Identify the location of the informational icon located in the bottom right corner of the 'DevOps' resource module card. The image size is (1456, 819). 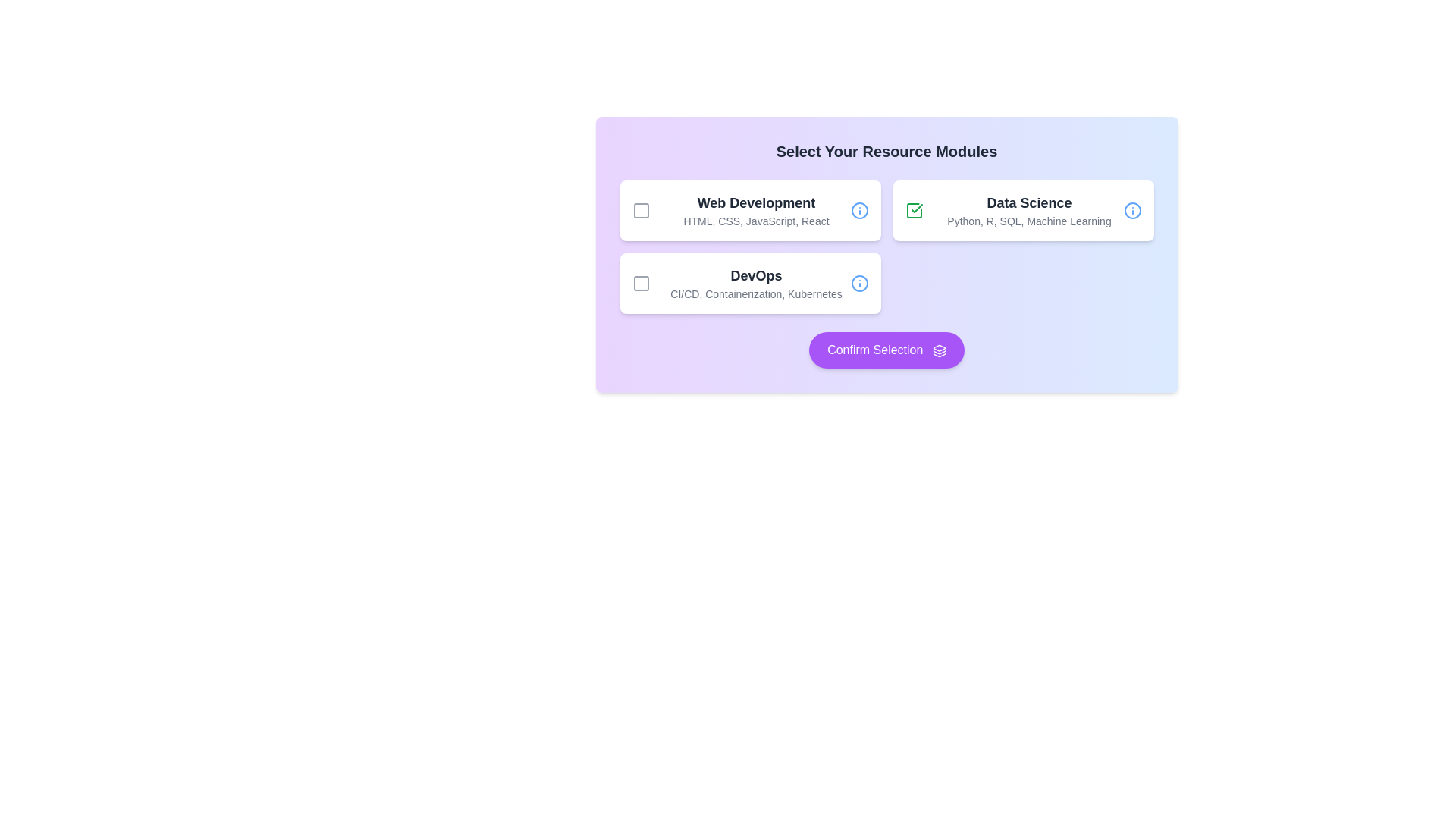
(859, 284).